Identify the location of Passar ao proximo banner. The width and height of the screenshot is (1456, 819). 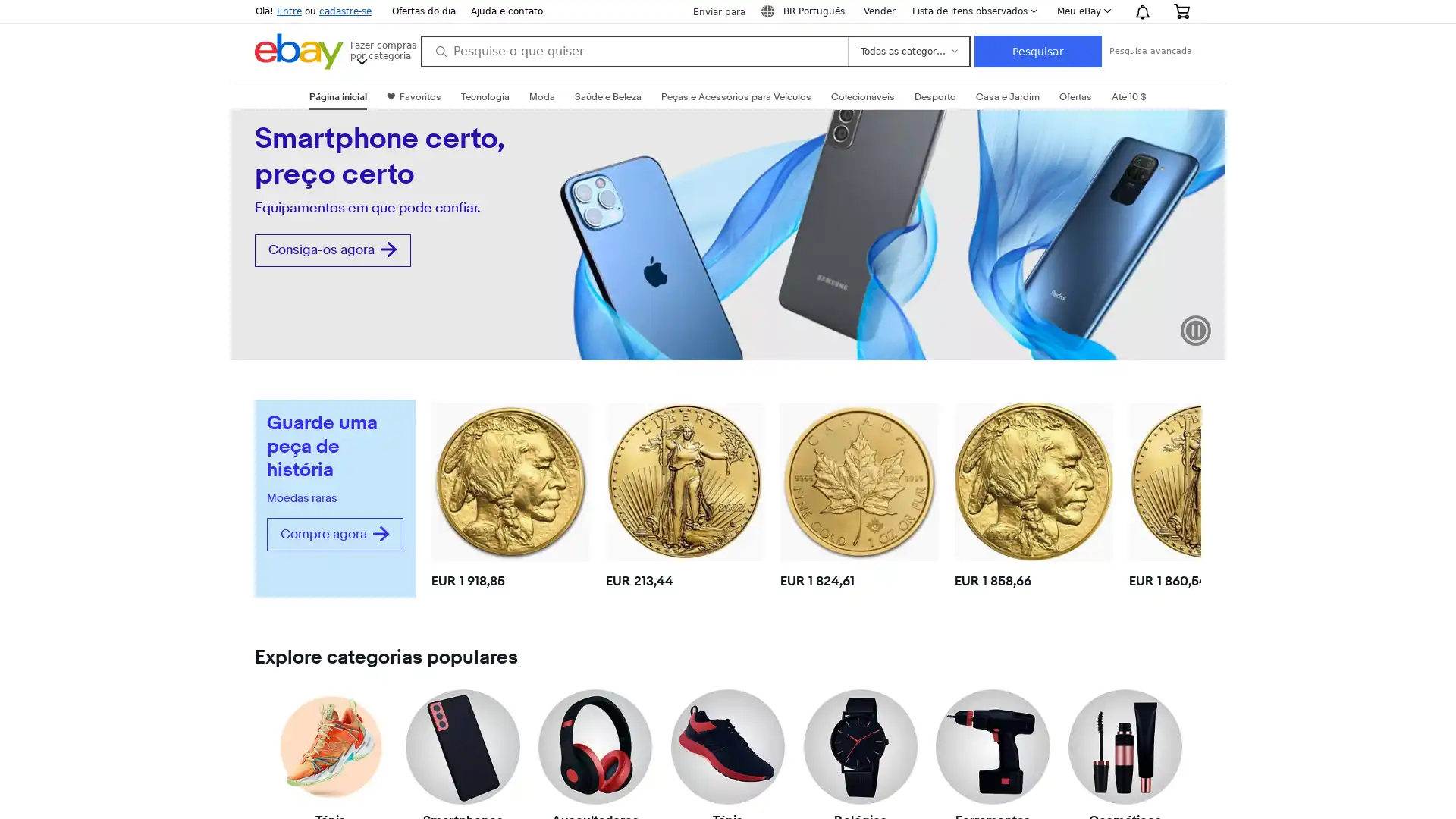
(1212, 240).